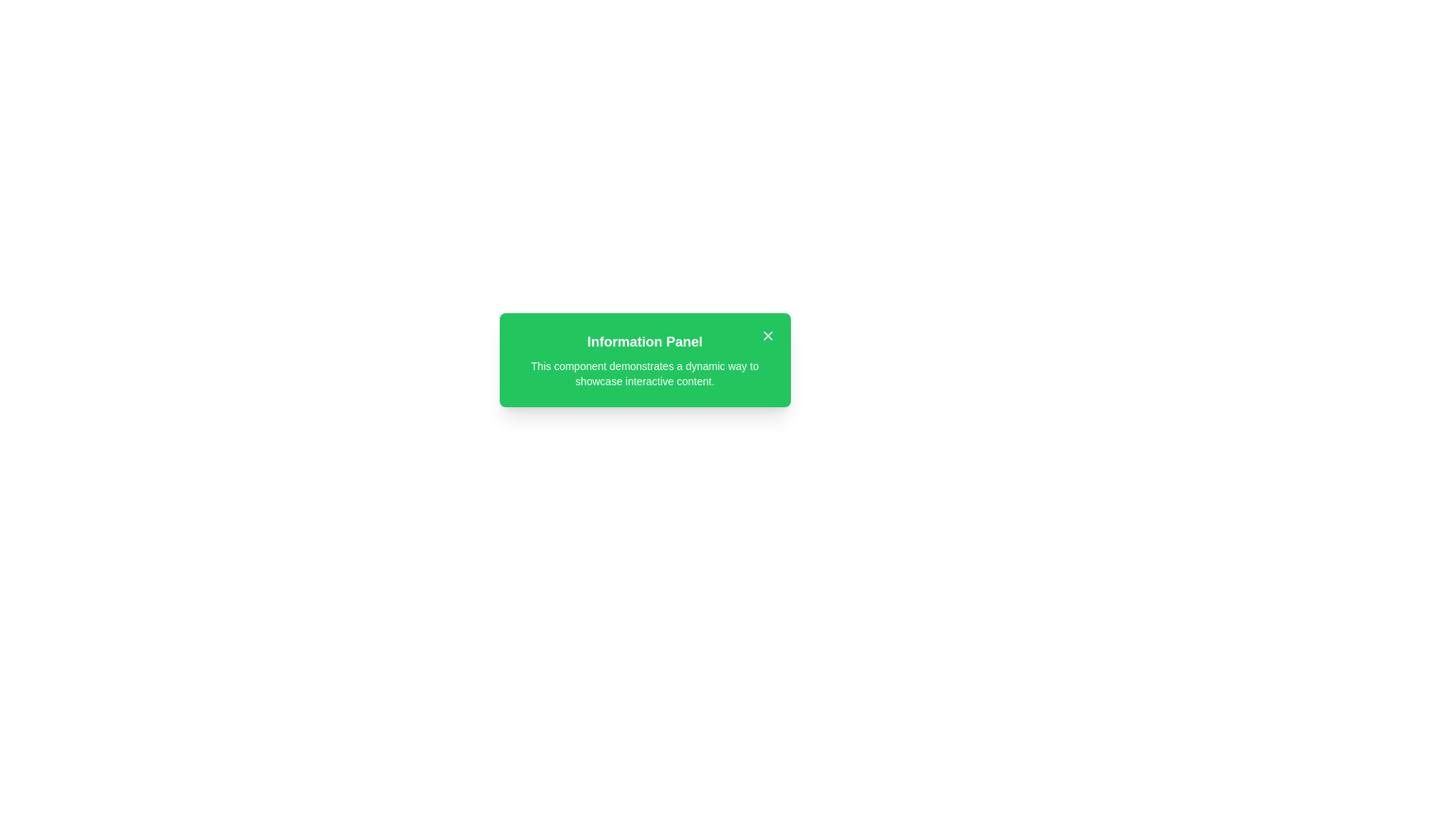 The width and height of the screenshot is (1456, 819). Describe the element at coordinates (767, 335) in the screenshot. I see `the 'X' icon close button with a green background and white outline located at the top-right corner of the green information panel` at that location.